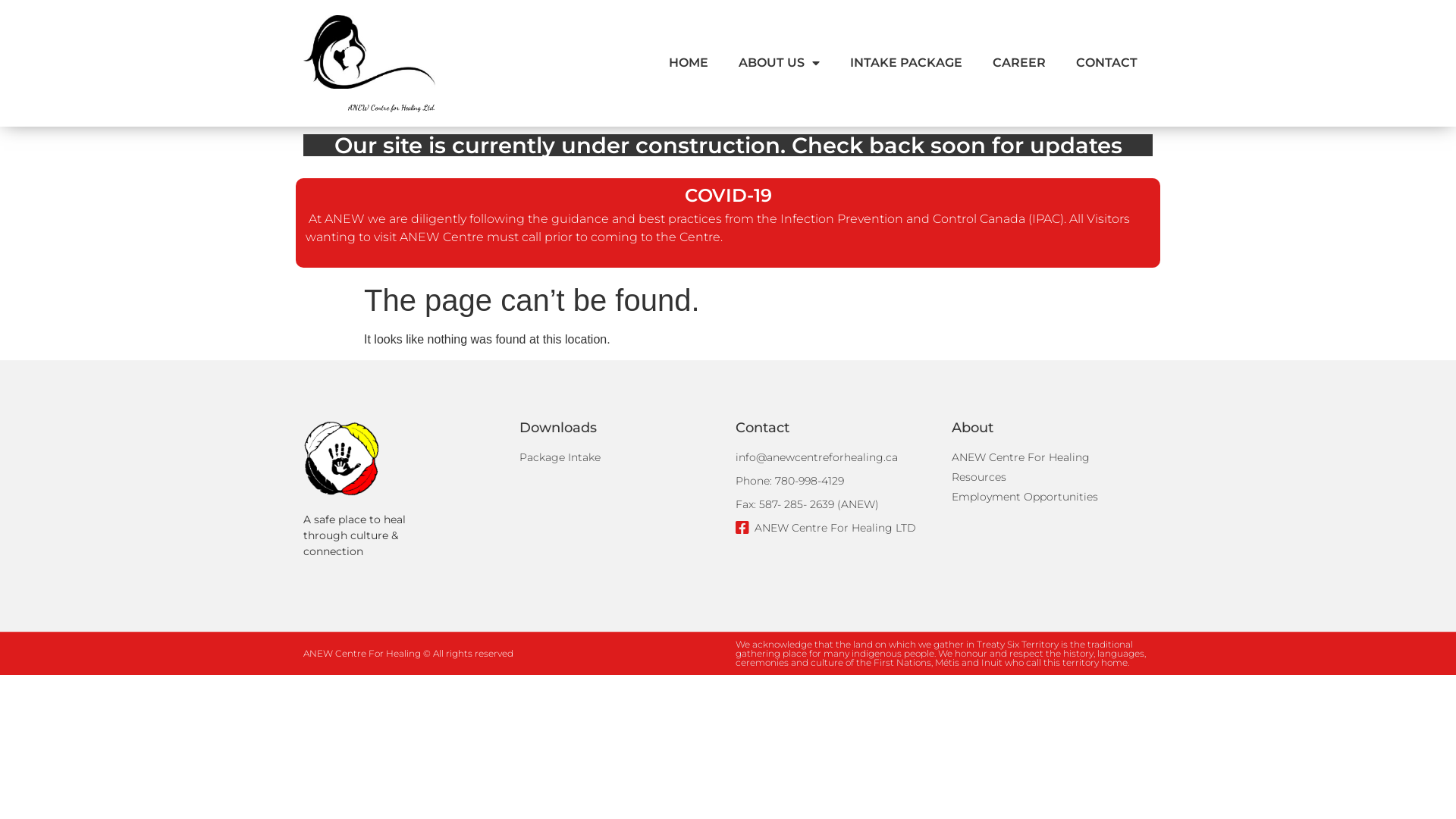 The width and height of the screenshot is (1456, 819). I want to click on 'Package Intake', so click(519, 457).